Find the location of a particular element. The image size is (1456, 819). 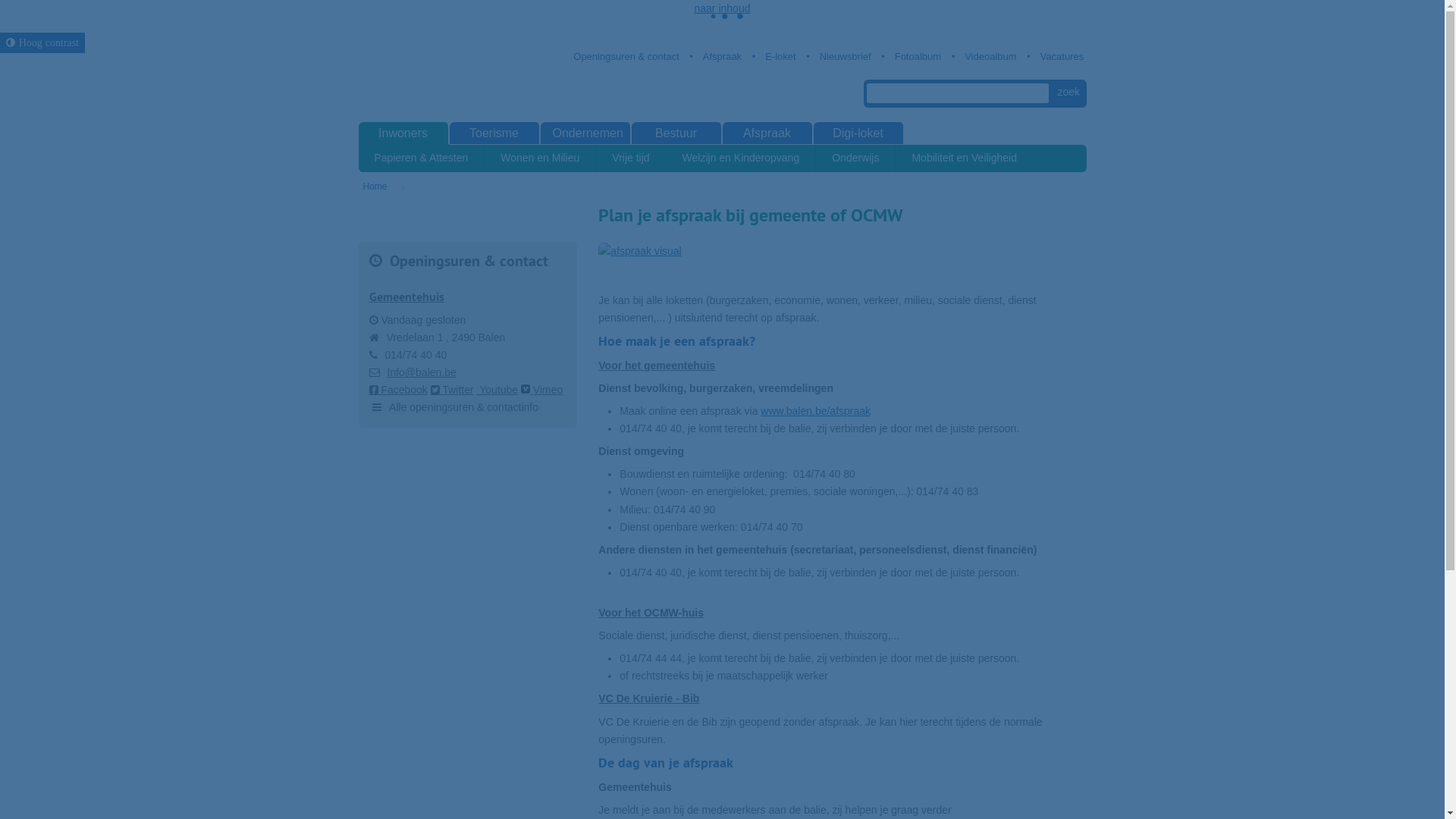

'Vrije tijd' is located at coordinates (630, 158).